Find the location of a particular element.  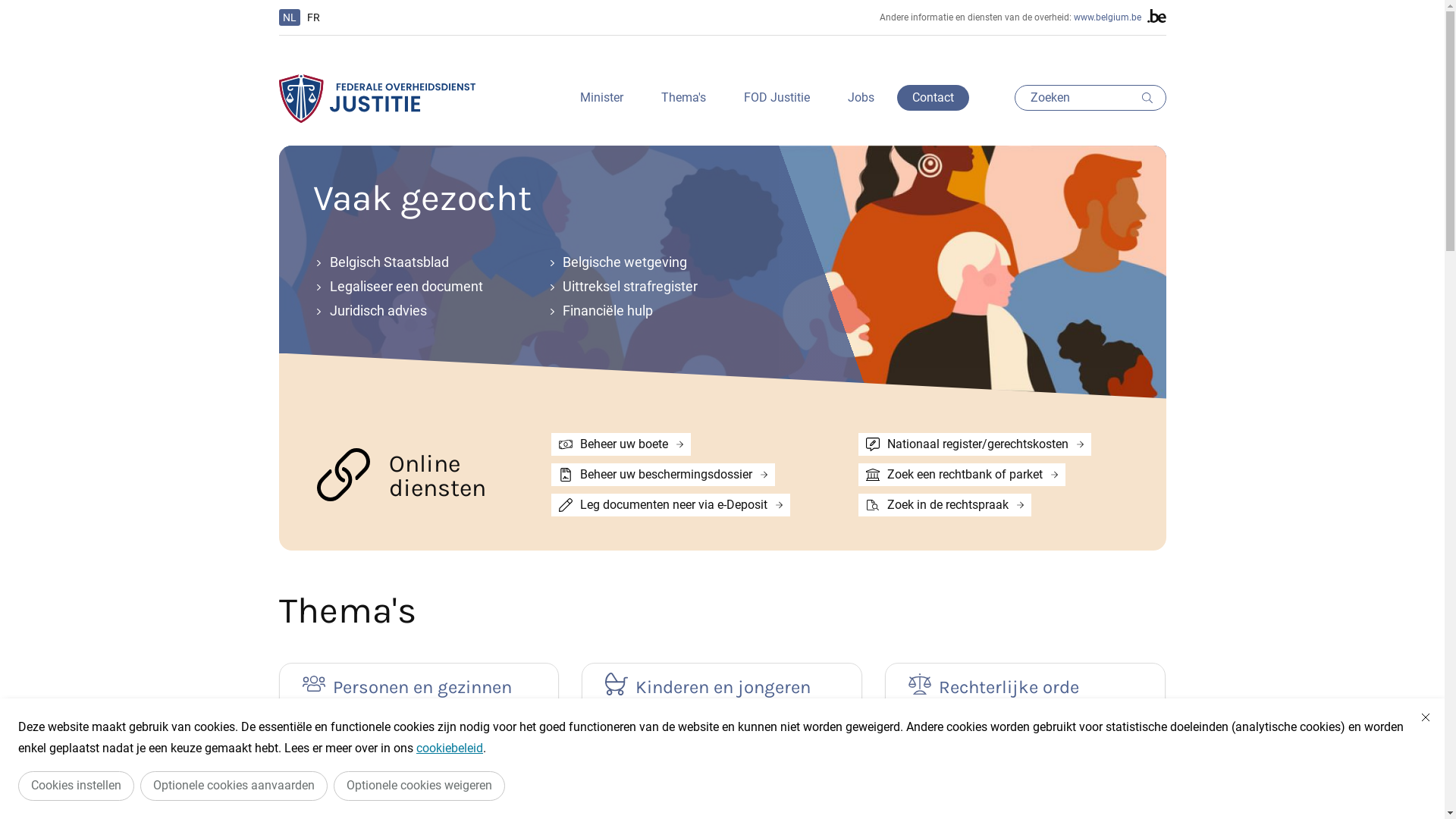

'Optionele cookies aanvaarden' is located at coordinates (233, 785).